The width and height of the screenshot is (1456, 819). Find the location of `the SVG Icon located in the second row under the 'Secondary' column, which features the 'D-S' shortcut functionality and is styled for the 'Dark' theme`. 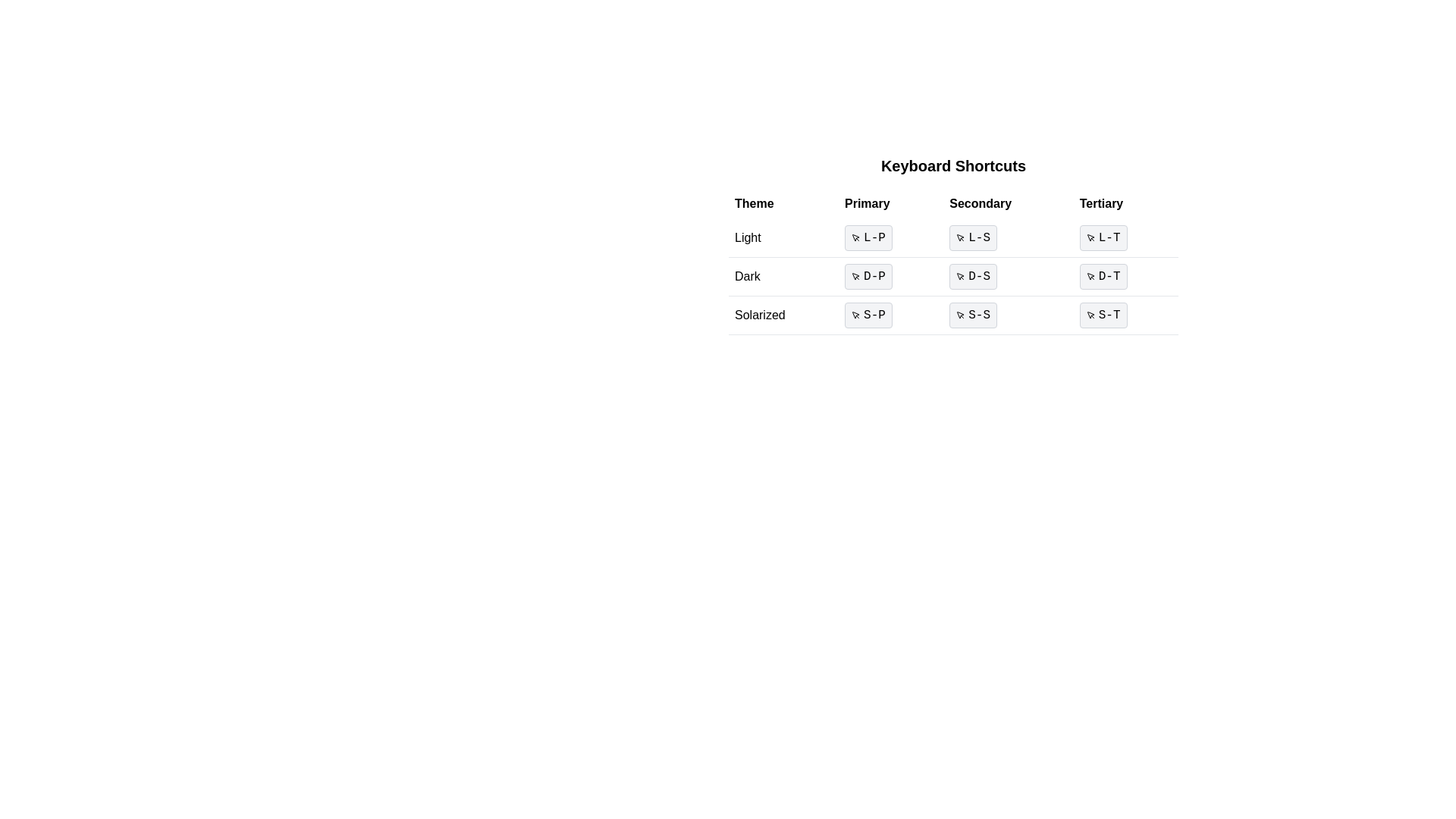

the SVG Icon located in the second row under the 'Secondary' column, which features the 'D-S' shortcut functionality and is styled for the 'Dark' theme is located at coordinates (960, 277).